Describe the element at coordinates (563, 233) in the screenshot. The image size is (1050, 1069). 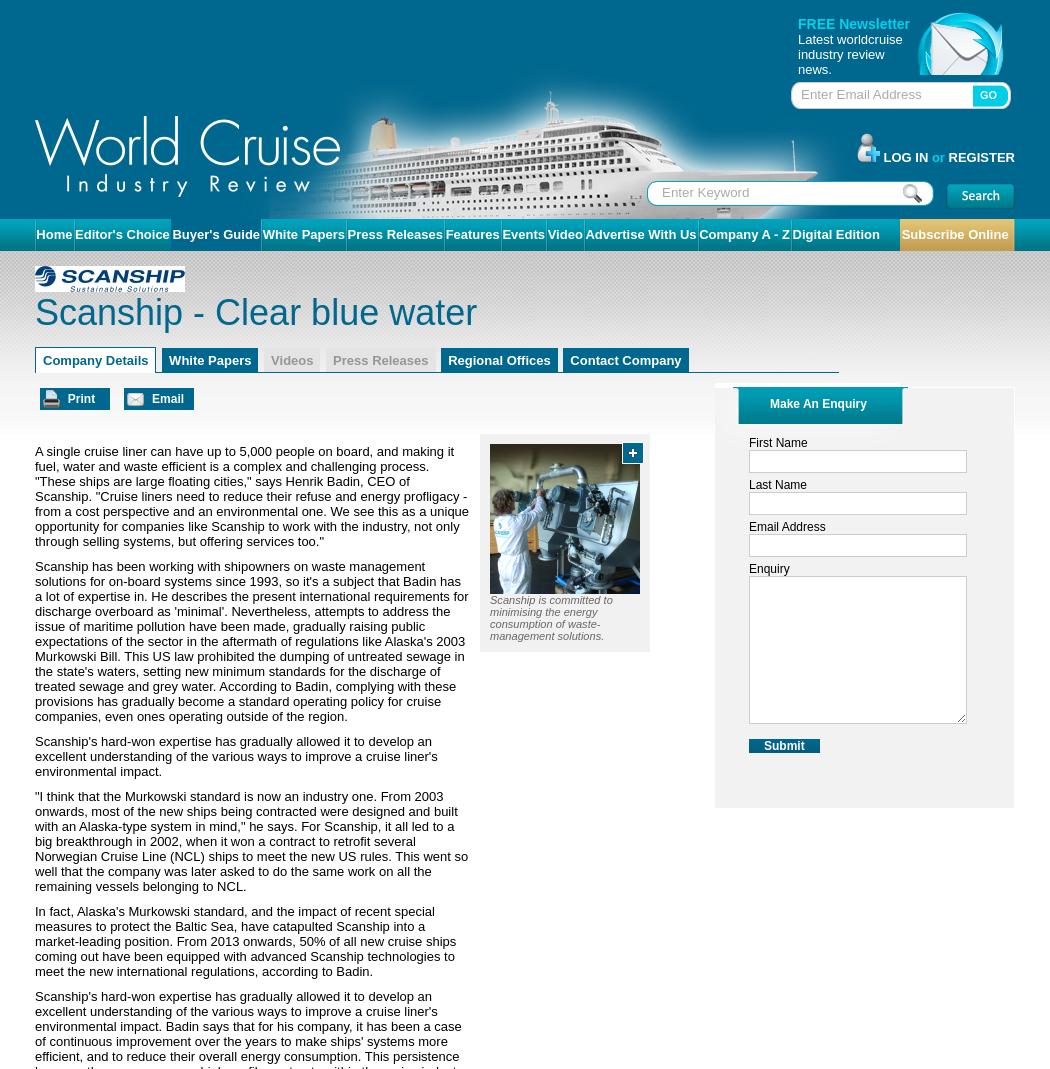
I see `'Video'` at that location.